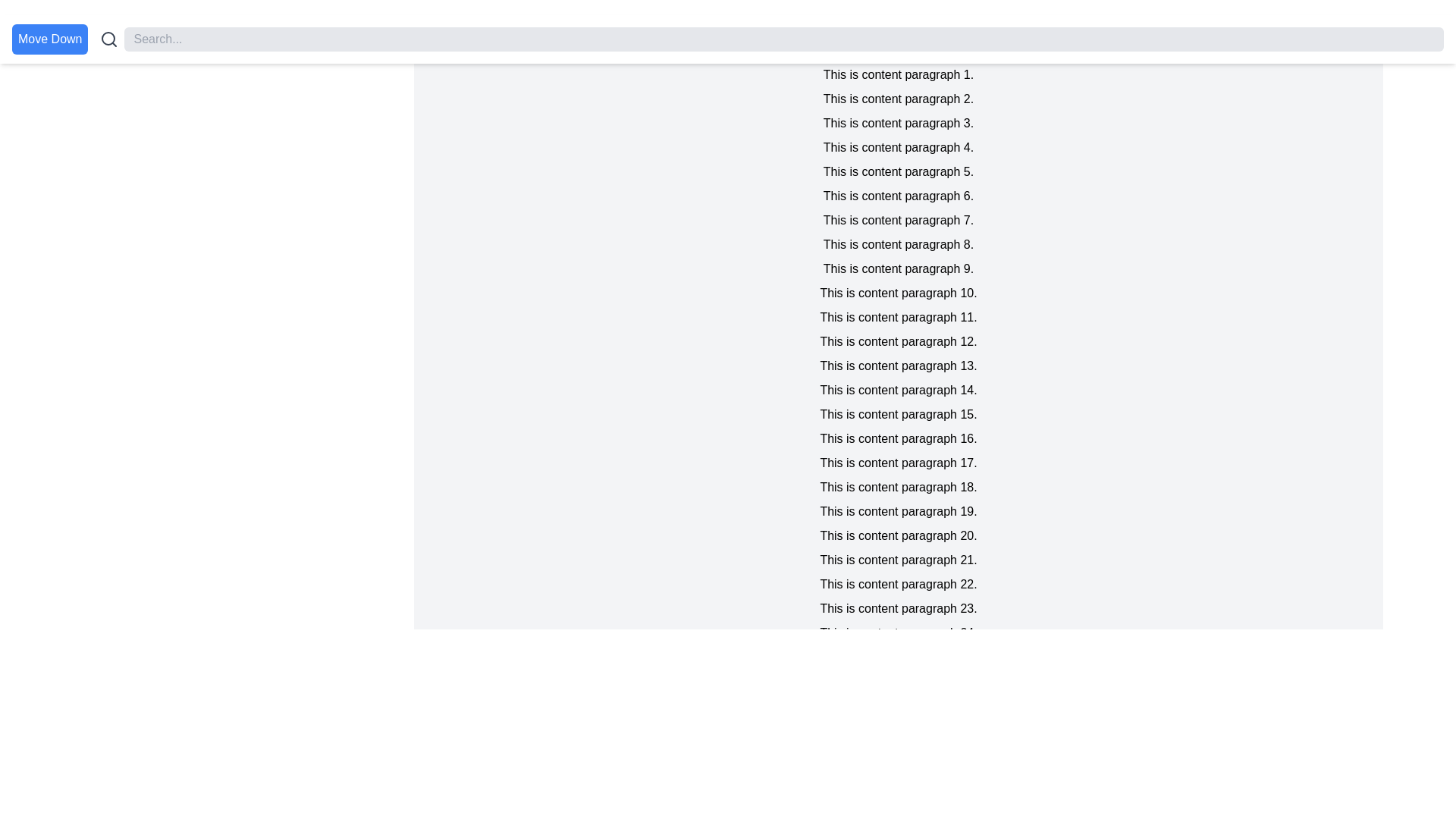 The width and height of the screenshot is (1456, 819). Describe the element at coordinates (899, 171) in the screenshot. I see `the fifth paragraph in the textual list that provides static content to the user` at that location.